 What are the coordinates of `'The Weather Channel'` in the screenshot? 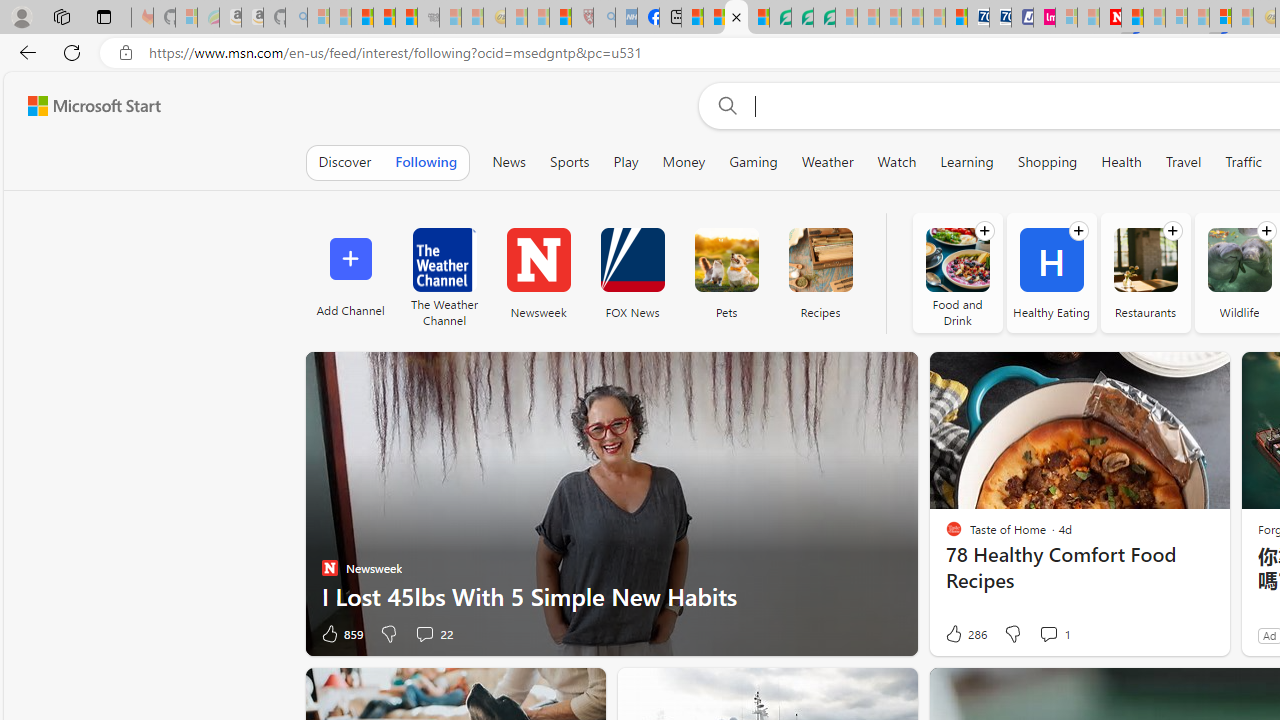 It's located at (443, 272).